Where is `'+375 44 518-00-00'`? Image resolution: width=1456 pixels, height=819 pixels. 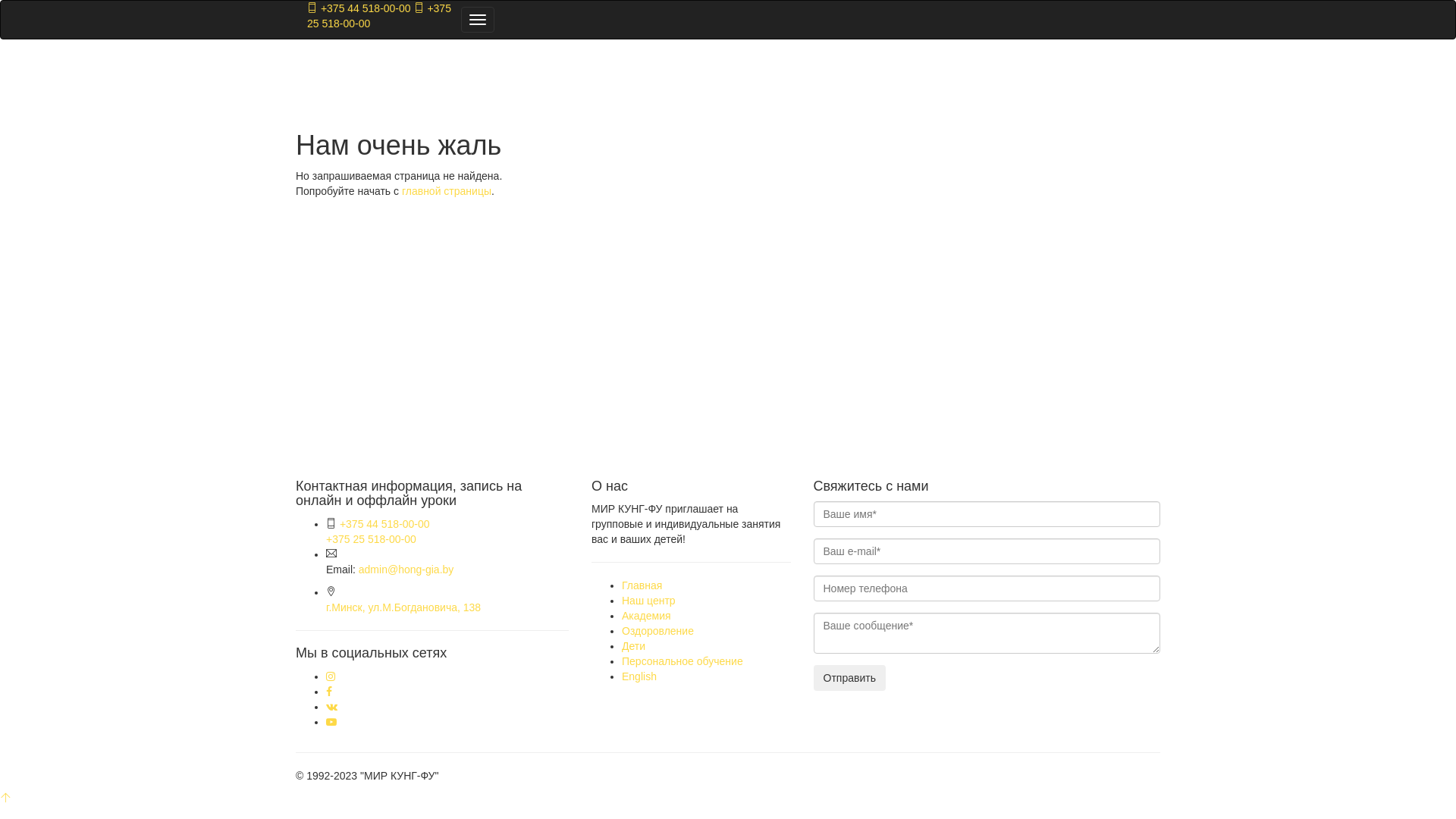
'+375 44 518-00-00' is located at coordinates (358, 8).